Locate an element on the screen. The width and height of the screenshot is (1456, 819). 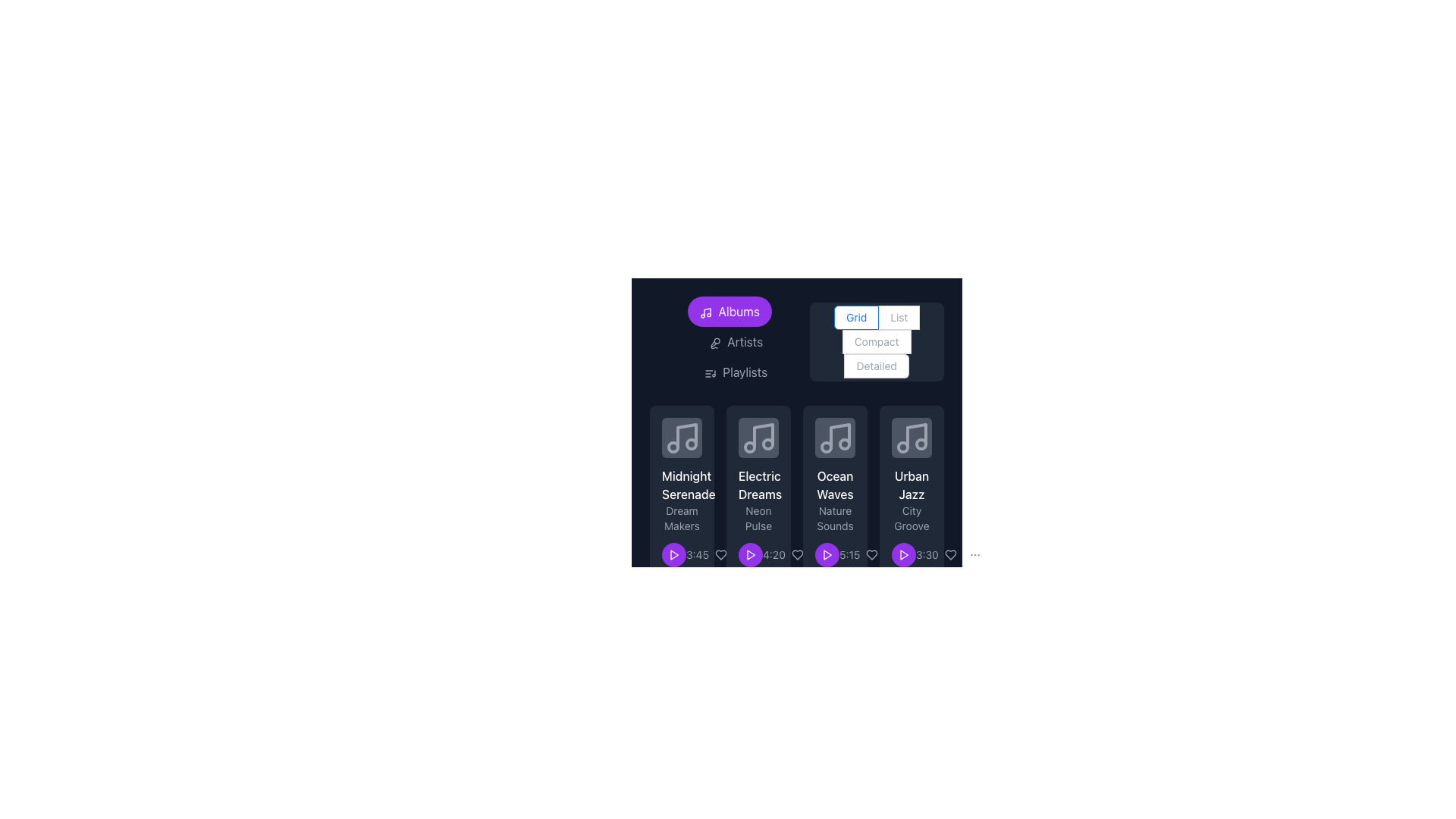
the circular heart-shaped button with a transparent background located at the bottom-right corner of the 'Urban Jazz' card is located at coordinates (949, 555).